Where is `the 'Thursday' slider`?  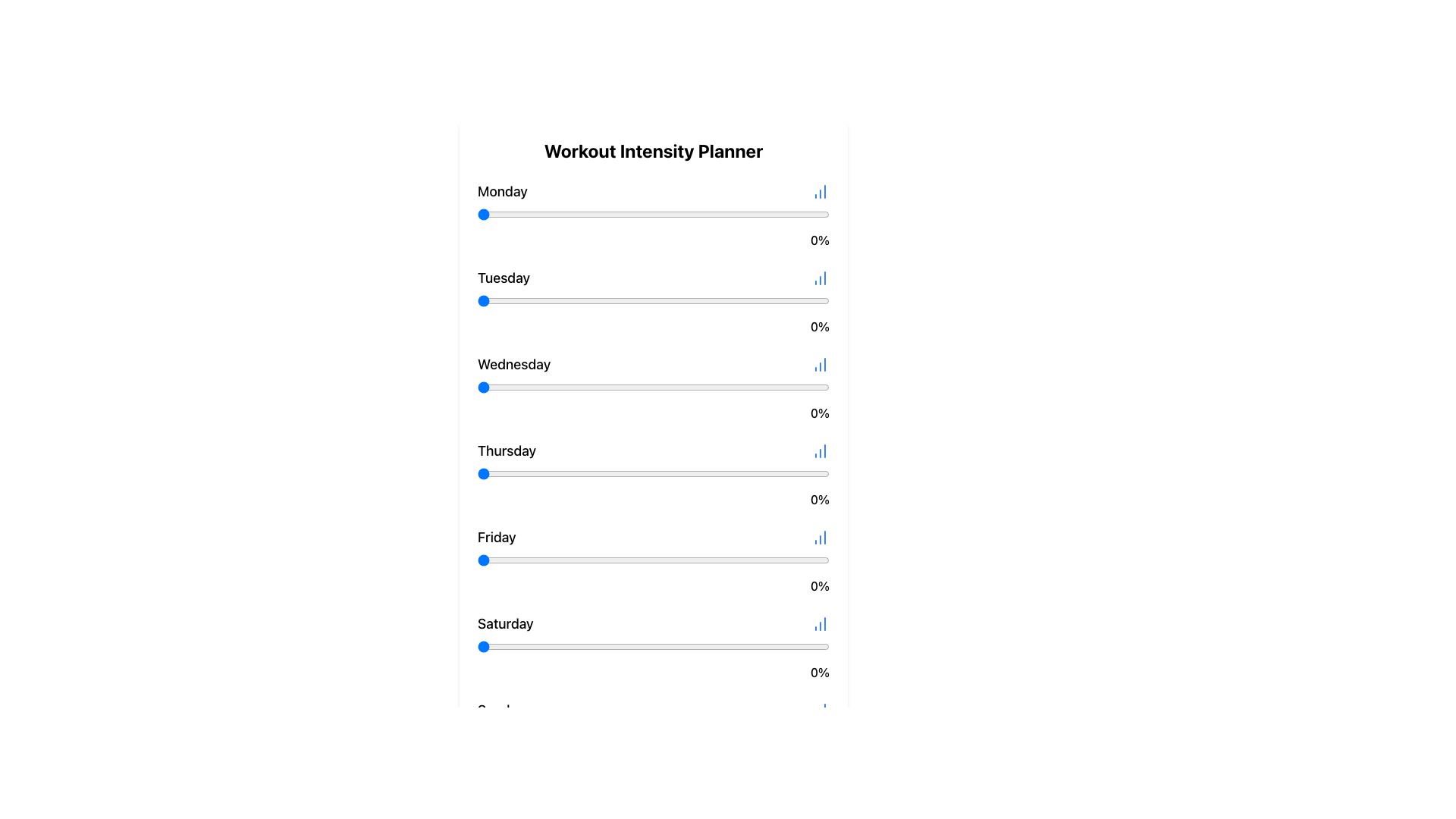
the 'Thursday' slider is located at coordinates (677, 472).